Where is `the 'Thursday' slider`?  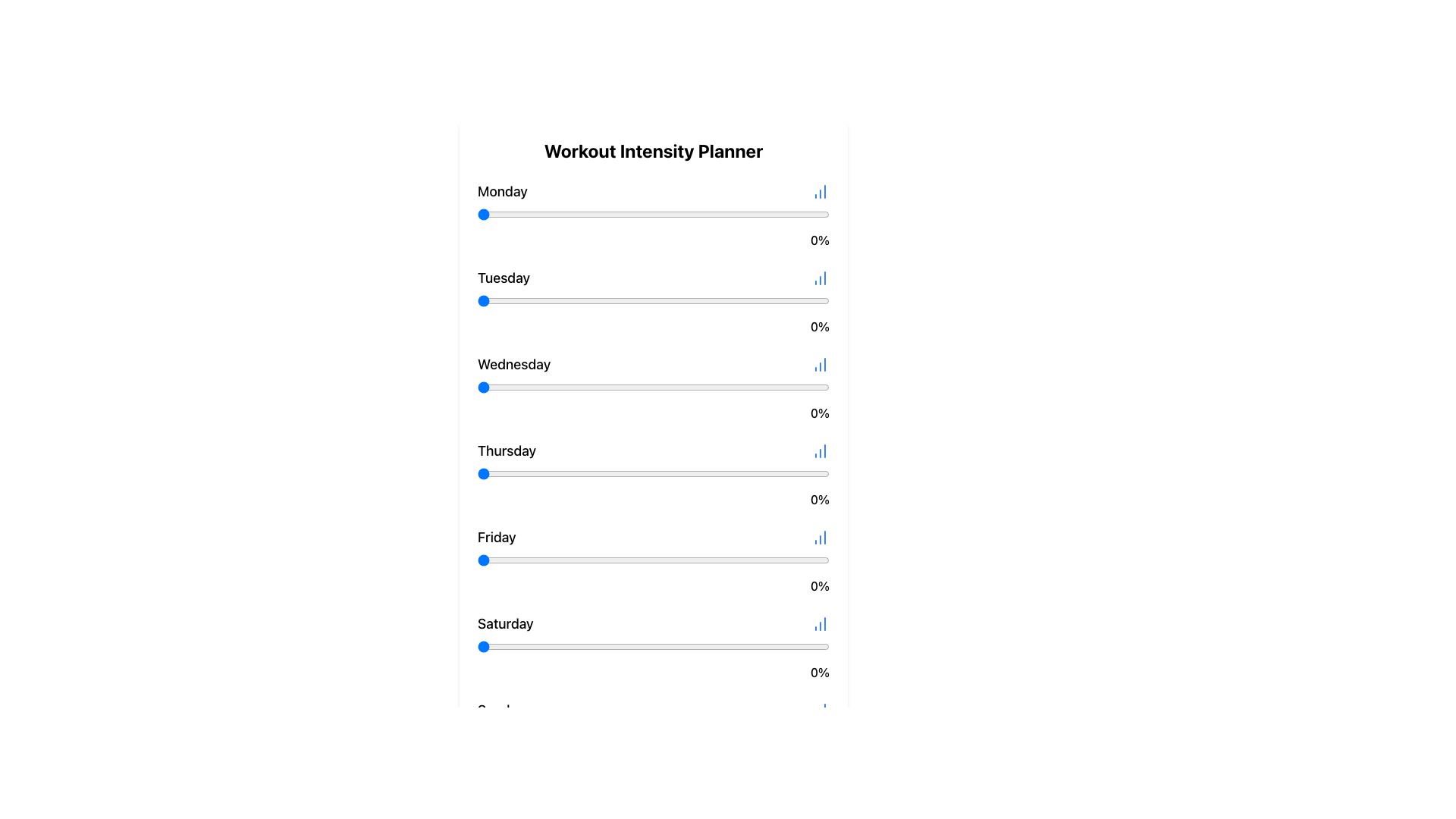
the 'Thursday' slider is located at coordinates (677, 472).